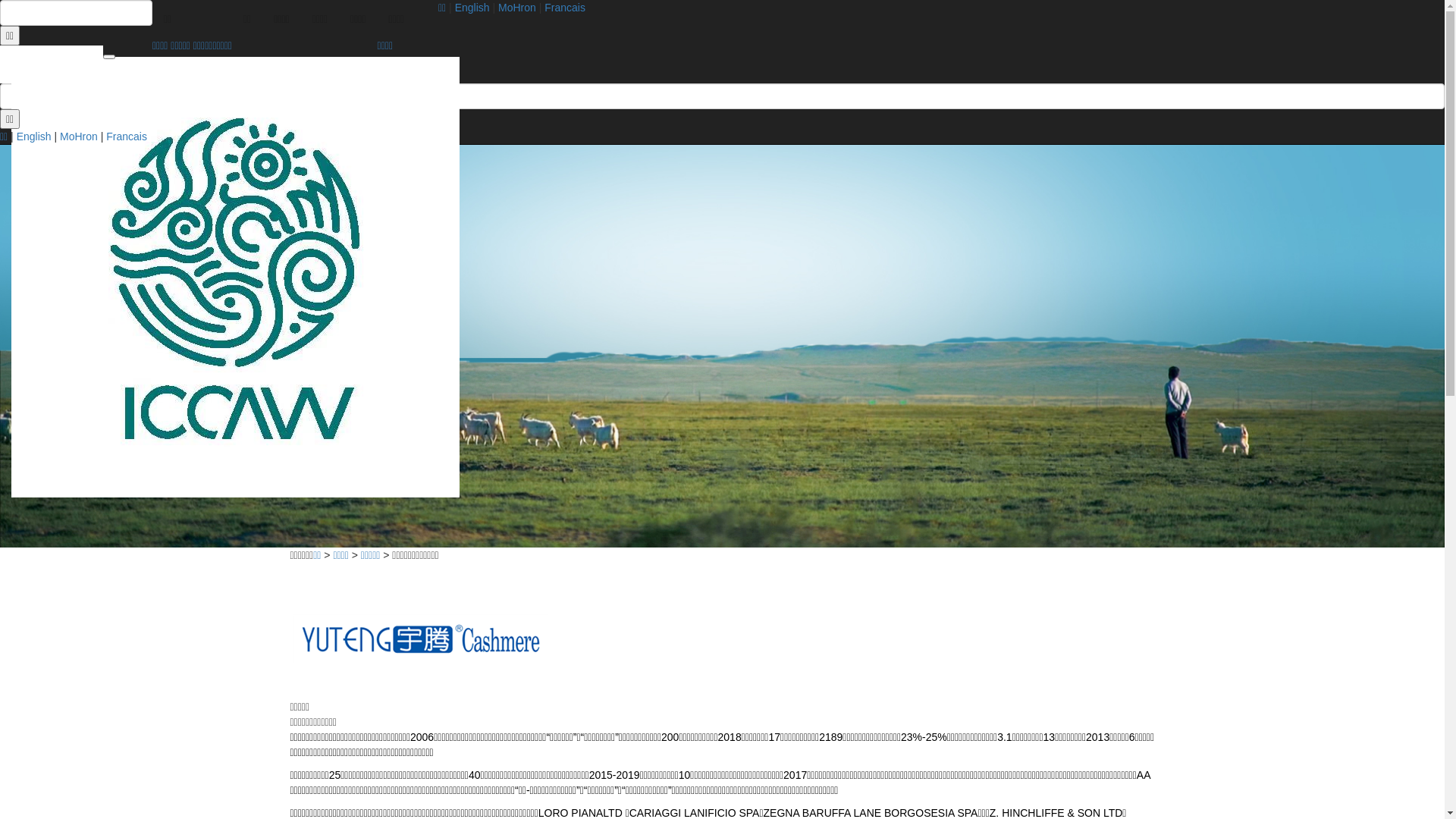 The width and height of the screenshot is (1456, 819). Describe the element at coordinates (17, 136) in the screenshot. I see `'English'` at that location.